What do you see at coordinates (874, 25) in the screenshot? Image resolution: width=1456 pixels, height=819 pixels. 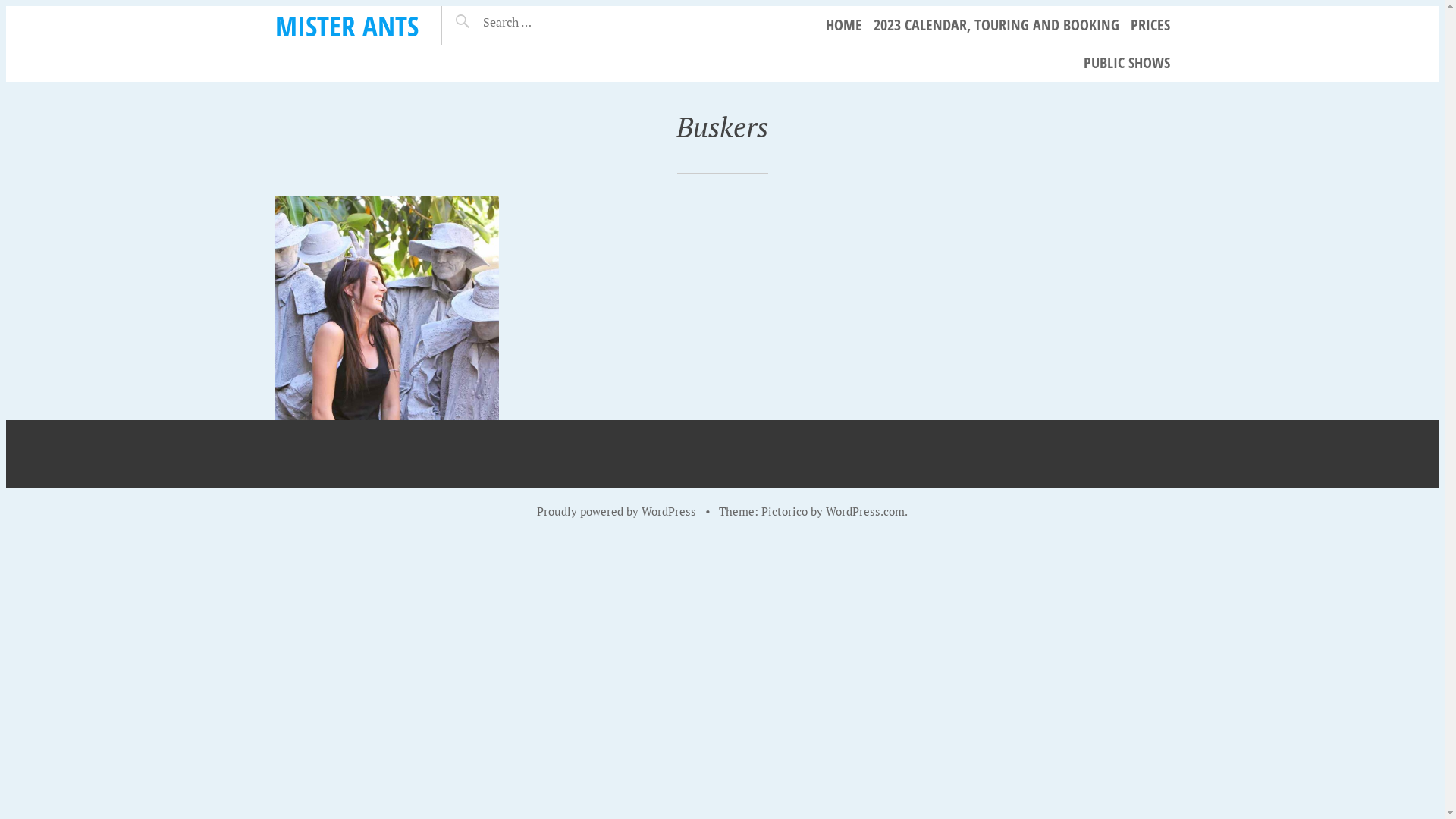 I see `'2023 CALENDAR, TOURING AND BOOKING'` at bounding box center [874, 25].